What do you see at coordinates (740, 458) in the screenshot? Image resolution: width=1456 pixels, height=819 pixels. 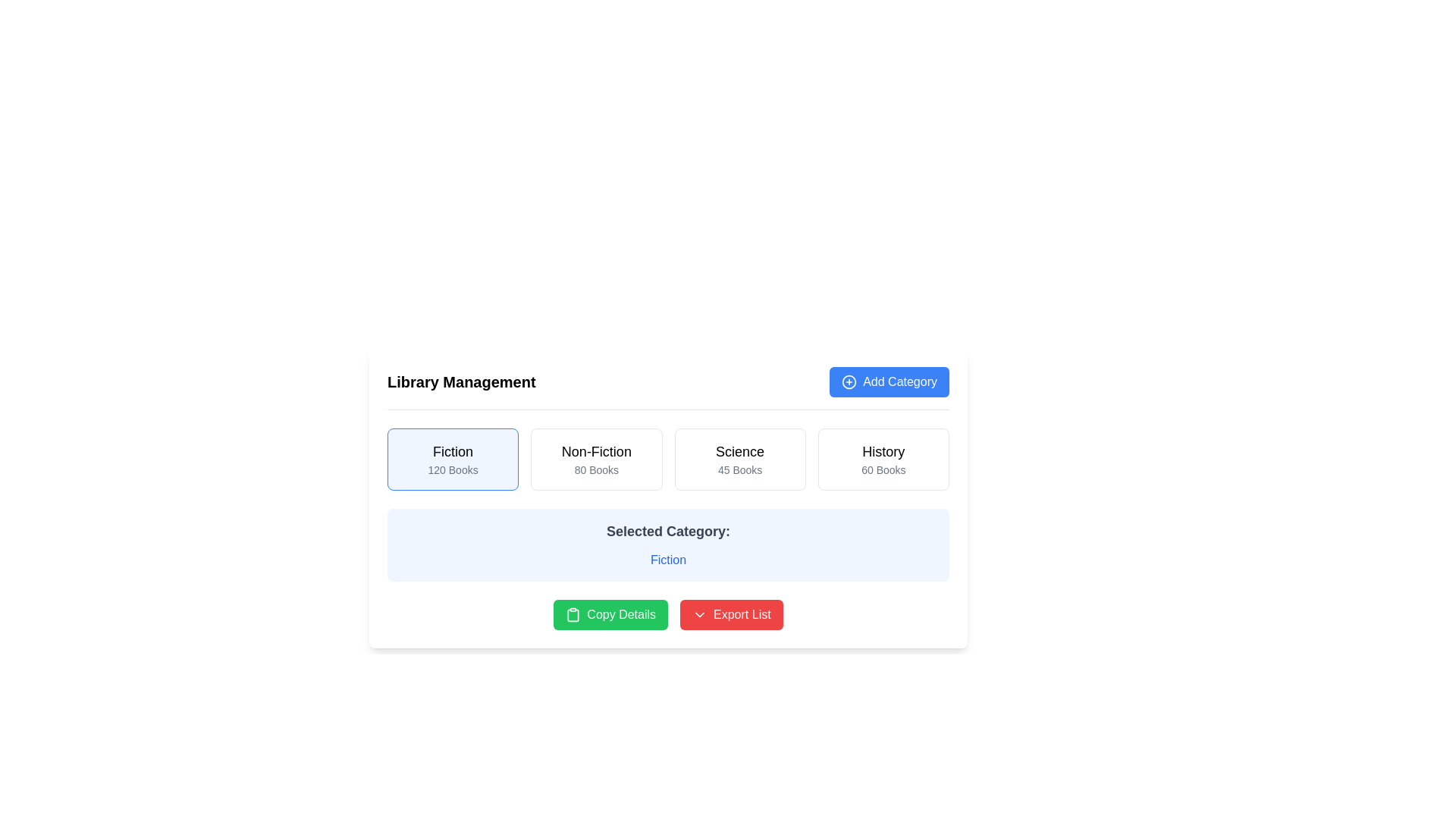 I see `the 'Science' button, which has a white background and bold text` at bounding box center [740, 458].